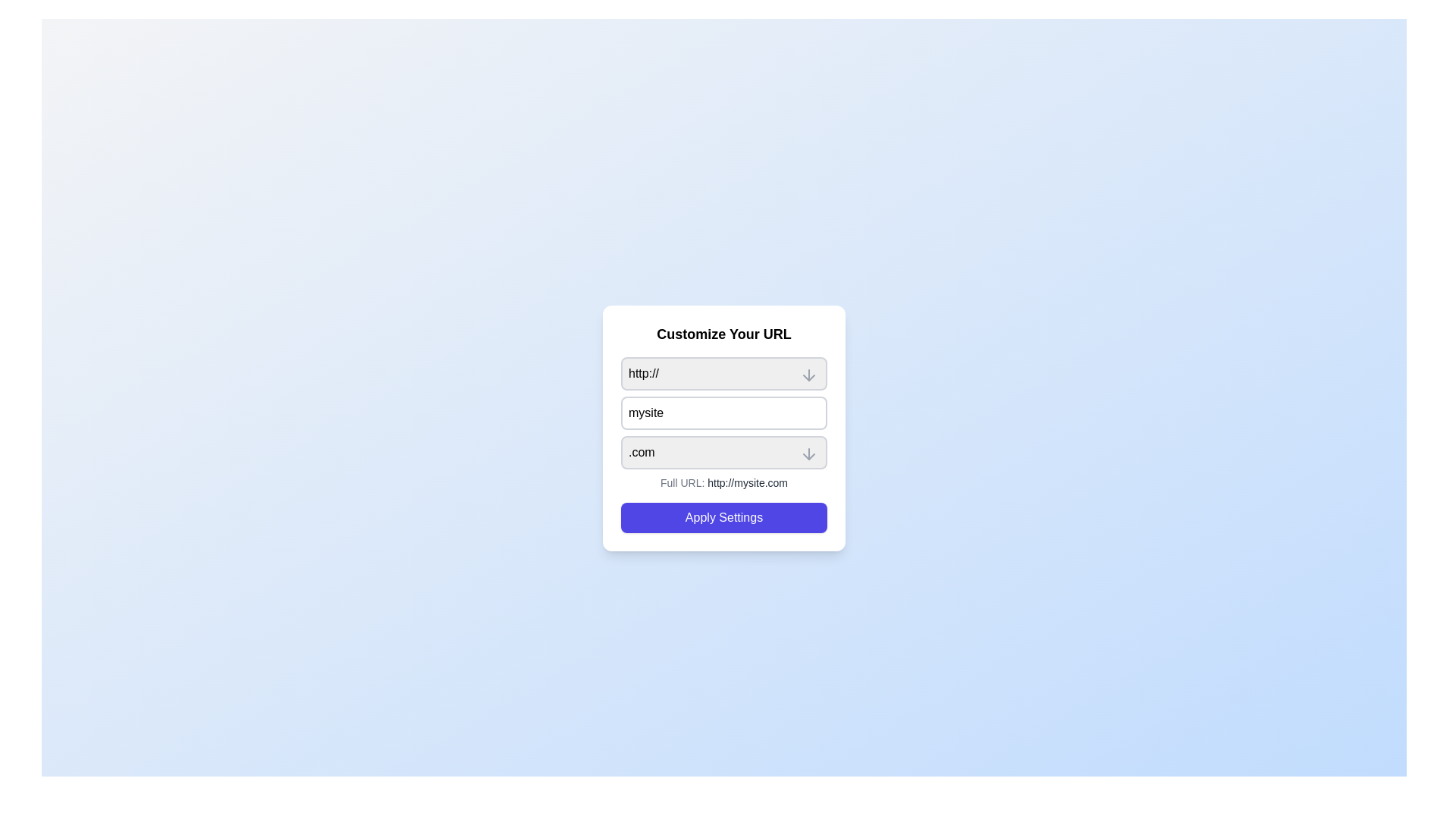 The image size is (1456, 819). I want to click on the Text Input Field within the 'Customize Your URL' panel to focus on it and allow user input, so click(723, 424).